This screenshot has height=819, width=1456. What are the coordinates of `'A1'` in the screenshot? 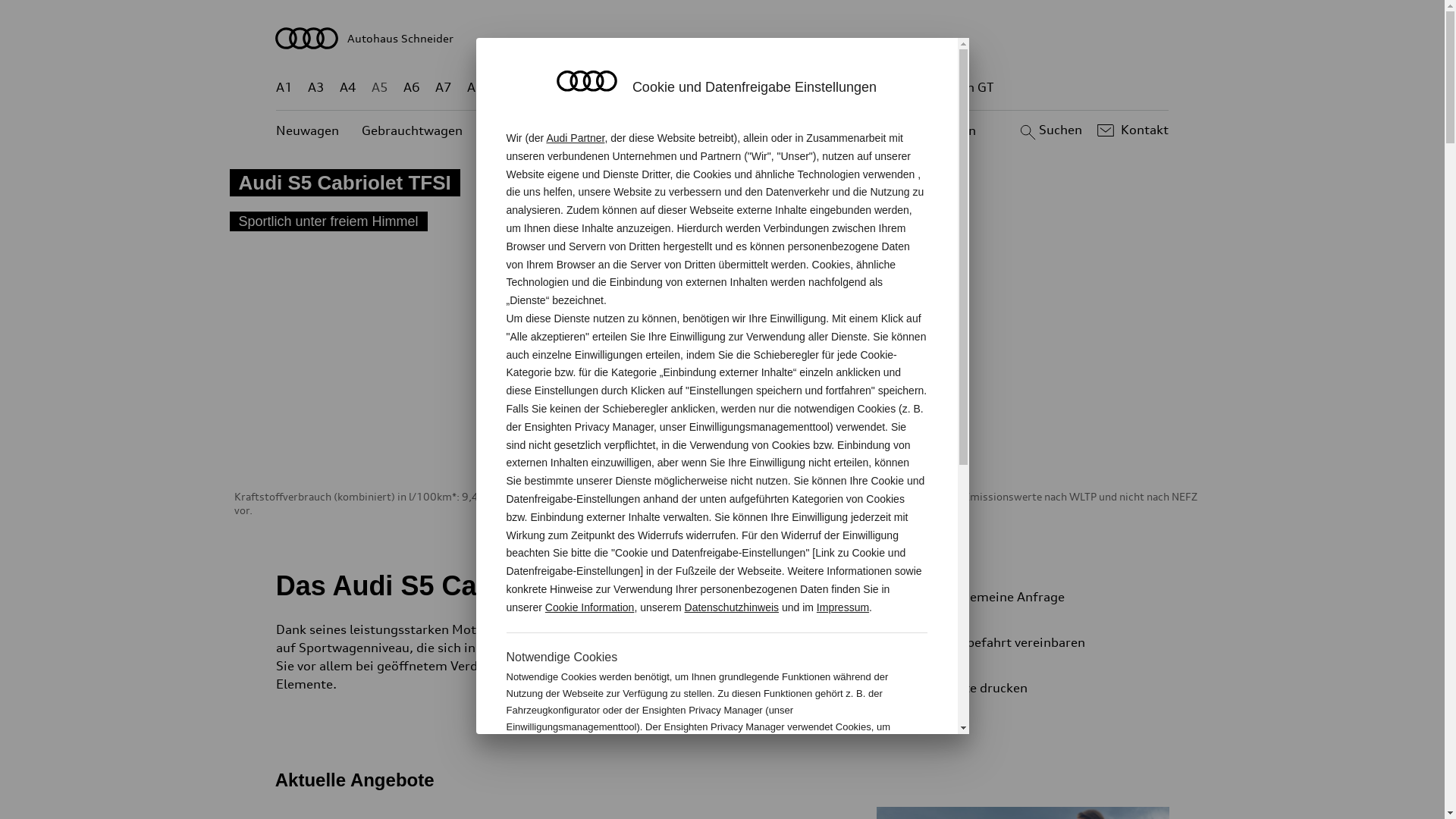 It's located at (284, 87).